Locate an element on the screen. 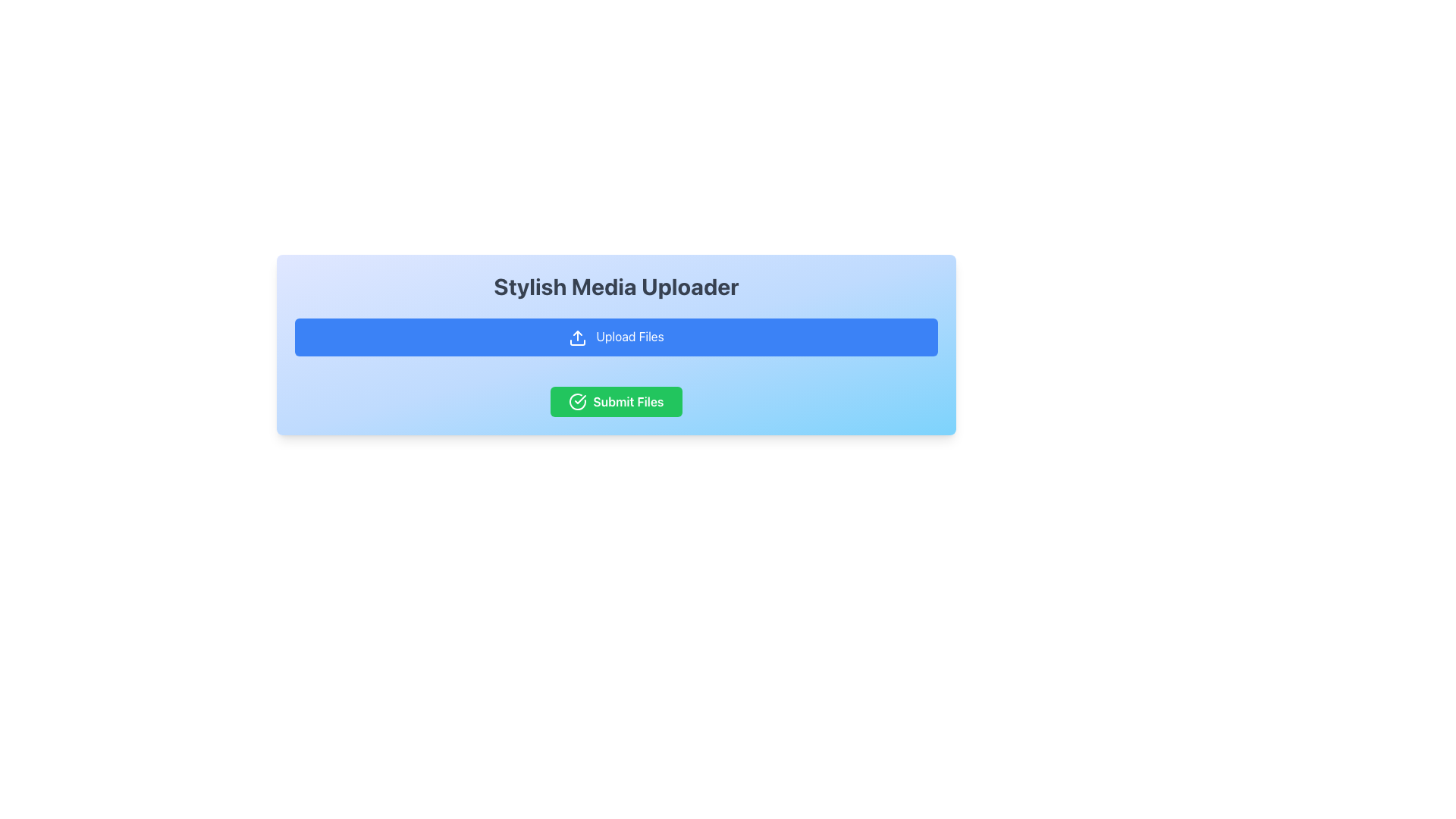 The width and height of the screenshot is (1456, 819). the decorative confirmation icon located to the left of the 'Submit Files' text within the green 'Submit Files' button is located at coordinates (577, 400).